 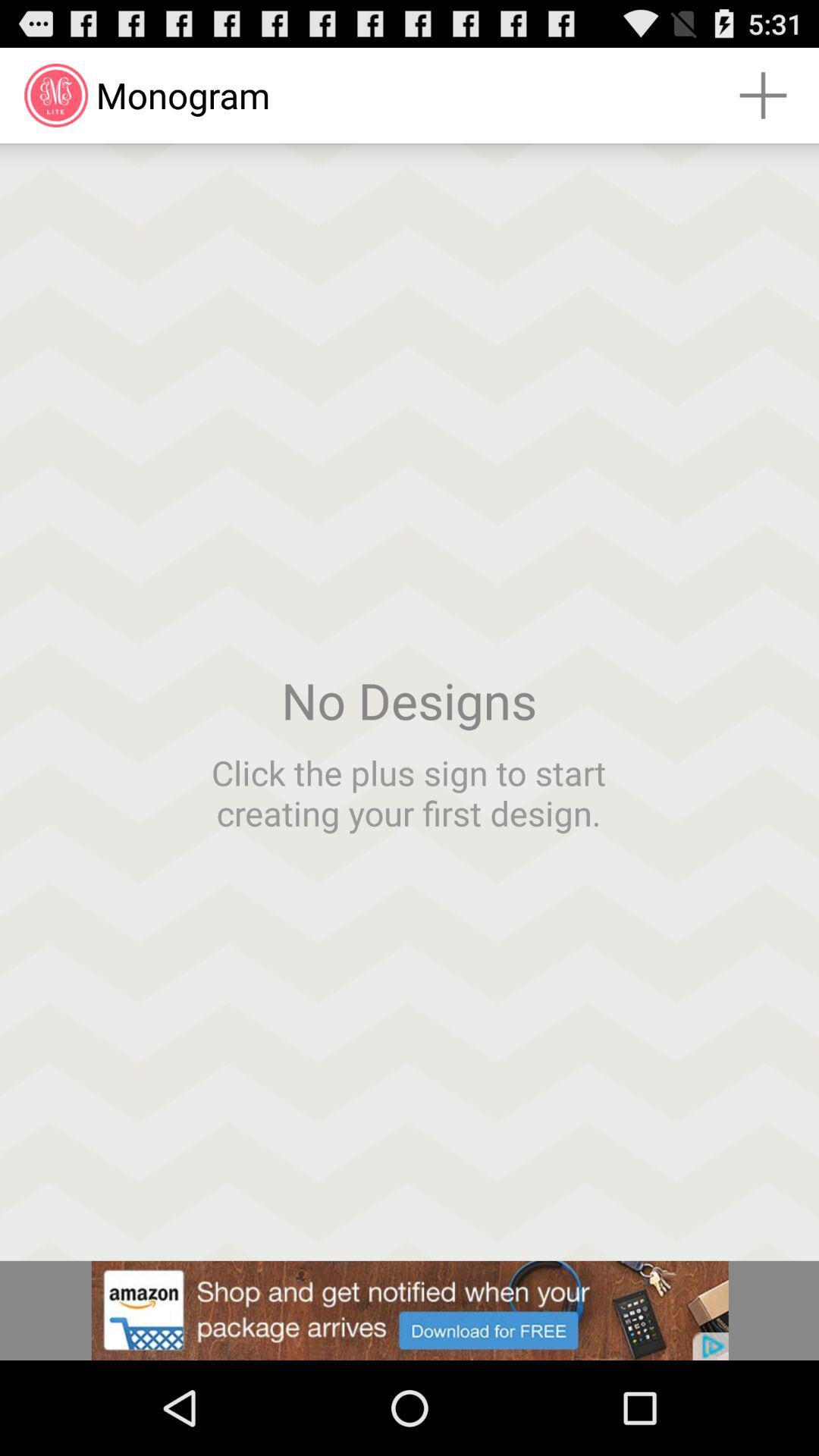 I want to click on advertisement space, so click(x=409, y=1310).